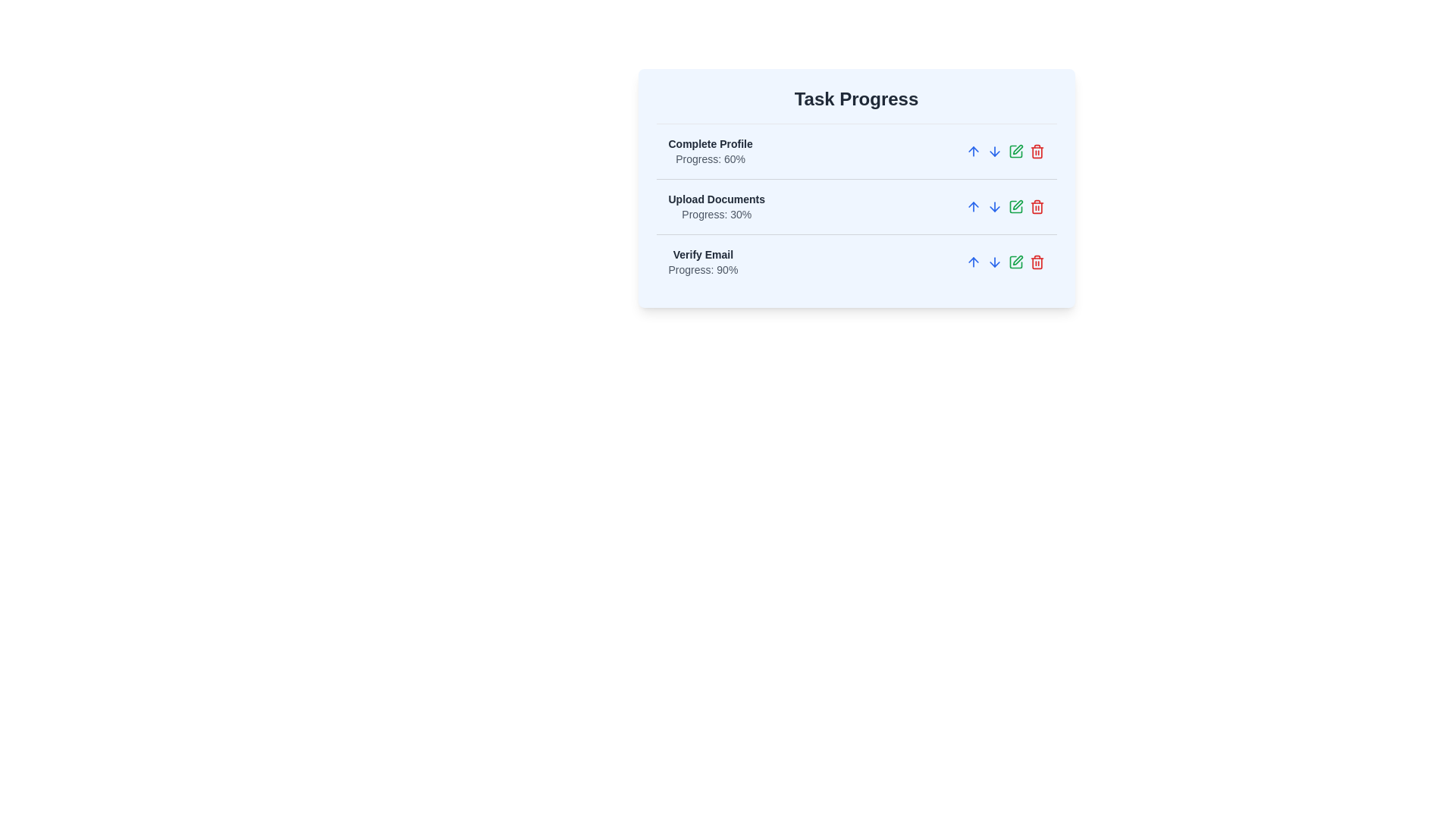  I want to click on the second icon in the 'Upload Documents' task row, so click(1018, 205).